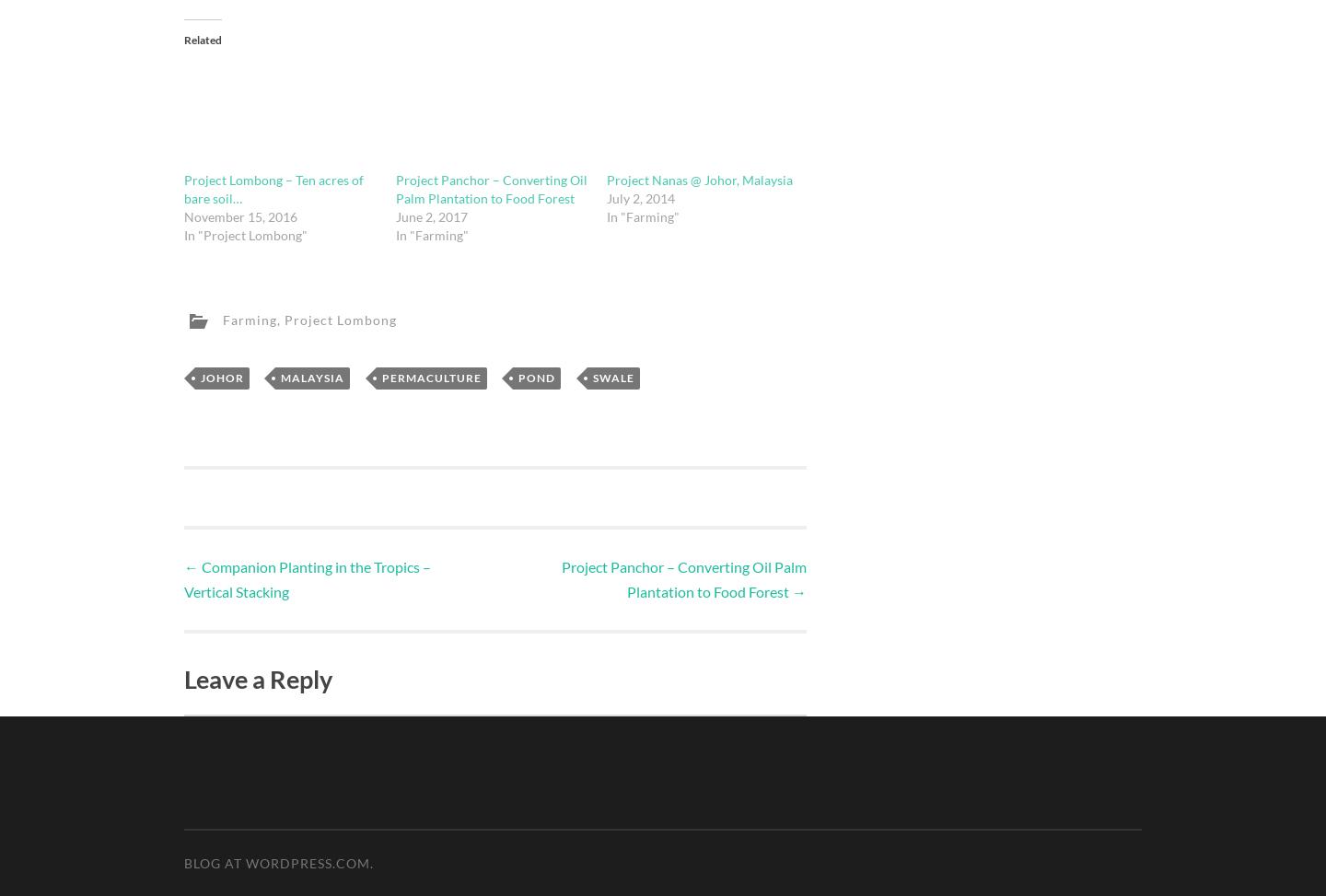 This screenshot has width=1326, height=896. Describe the element at coordinates (339, 319) in the screenshot. I see `'Project Lombong'` at that location.